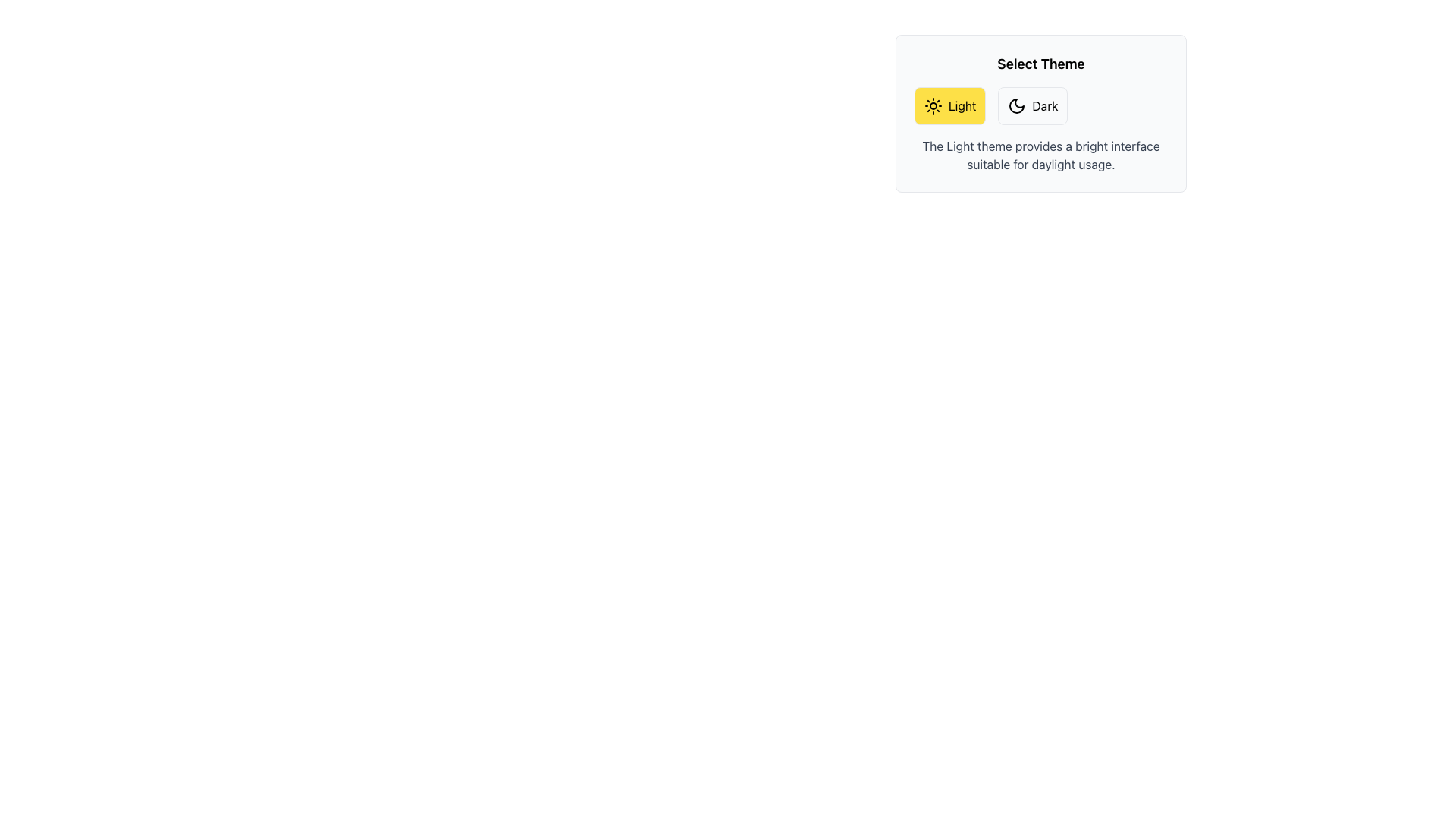 Image resolution: width=1456 pixels, height=819 pixels. Describe the element at coordinates (1017, 105) in the screenshot. I see `the crescent moon icon located to the left of the 'Dark' text label within the button structure on the right side of the theme selection interface` at that location.